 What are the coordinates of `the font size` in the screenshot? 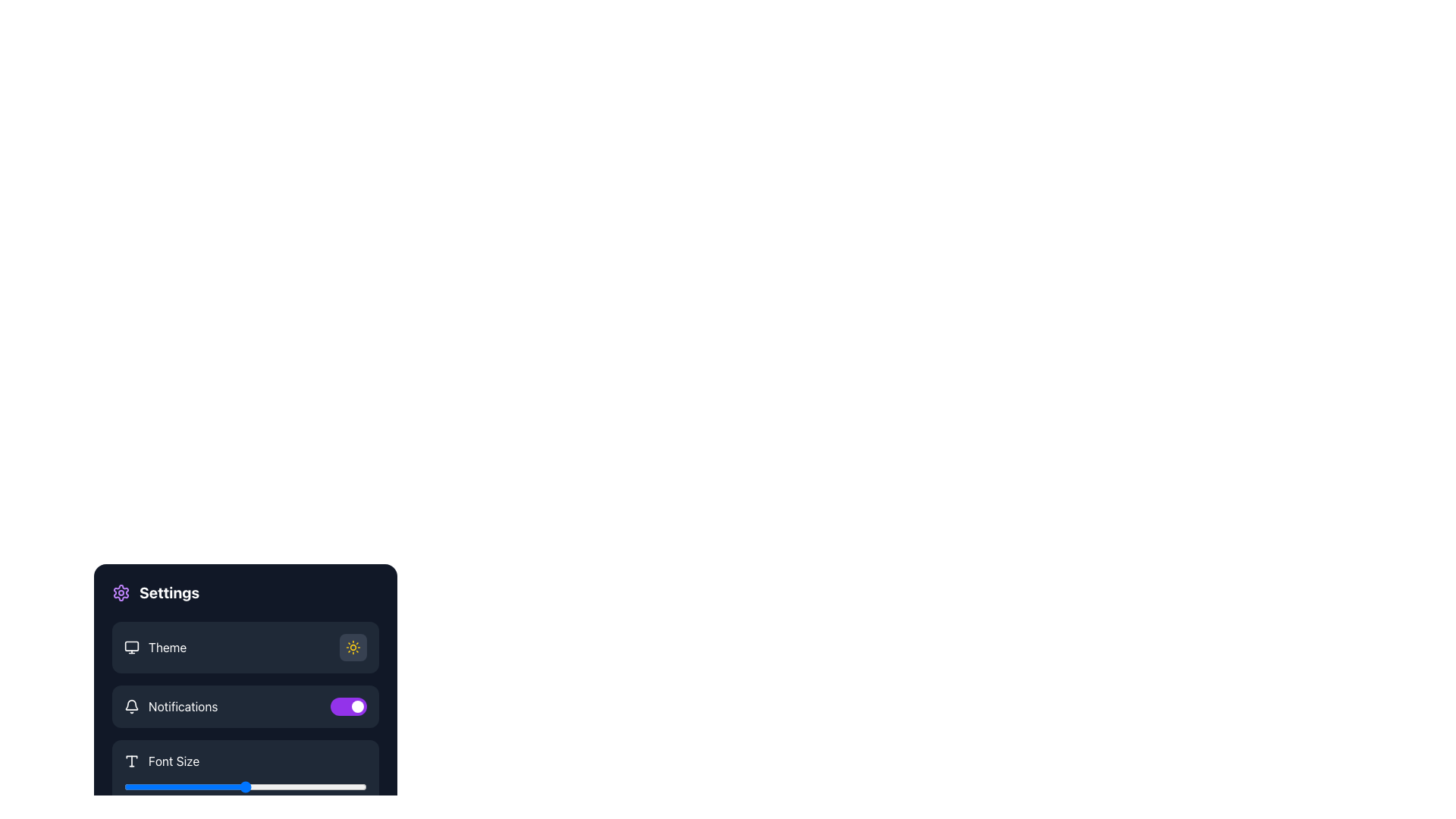 It's located at (320, 786).